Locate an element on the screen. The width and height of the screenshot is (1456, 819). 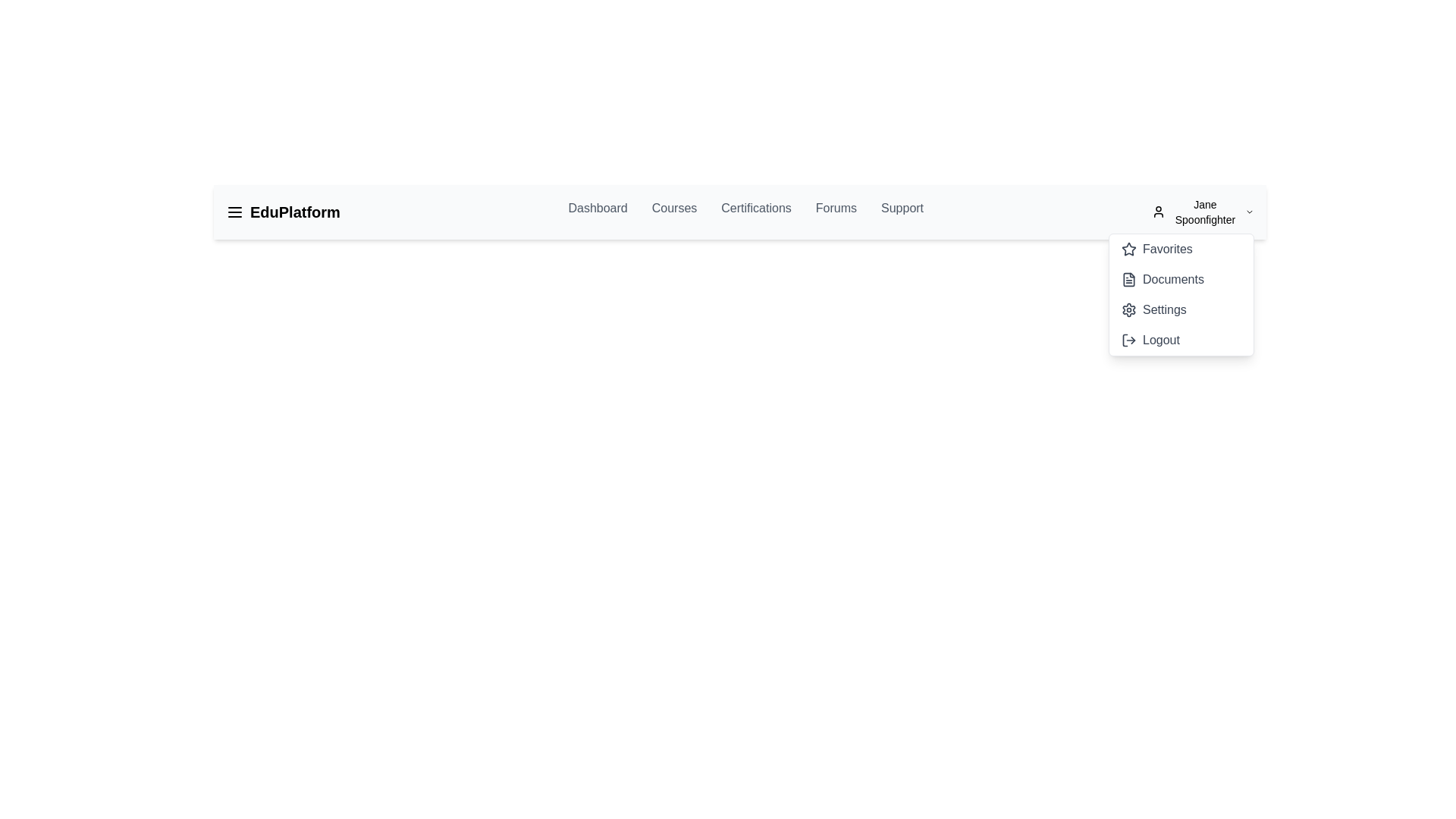
the static text label displaying the currently signed-in user's name, located in the top-right corner of the interface, between the user icon and the downward-facing chevron icon is located at coordinates (1204, 212).